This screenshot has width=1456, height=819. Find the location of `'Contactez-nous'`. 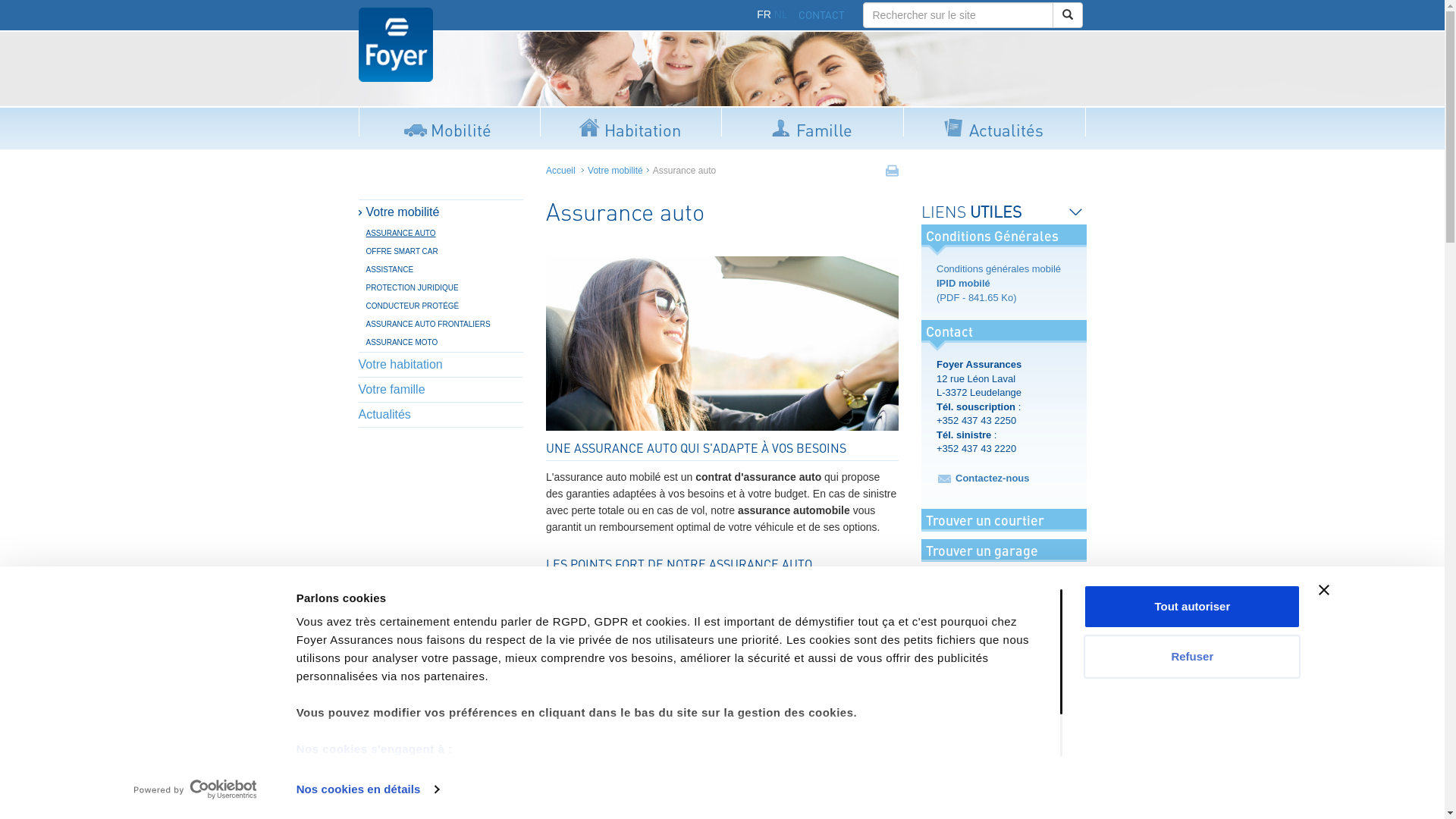

'Contactez-nous' is located at coordinates (954, 478).